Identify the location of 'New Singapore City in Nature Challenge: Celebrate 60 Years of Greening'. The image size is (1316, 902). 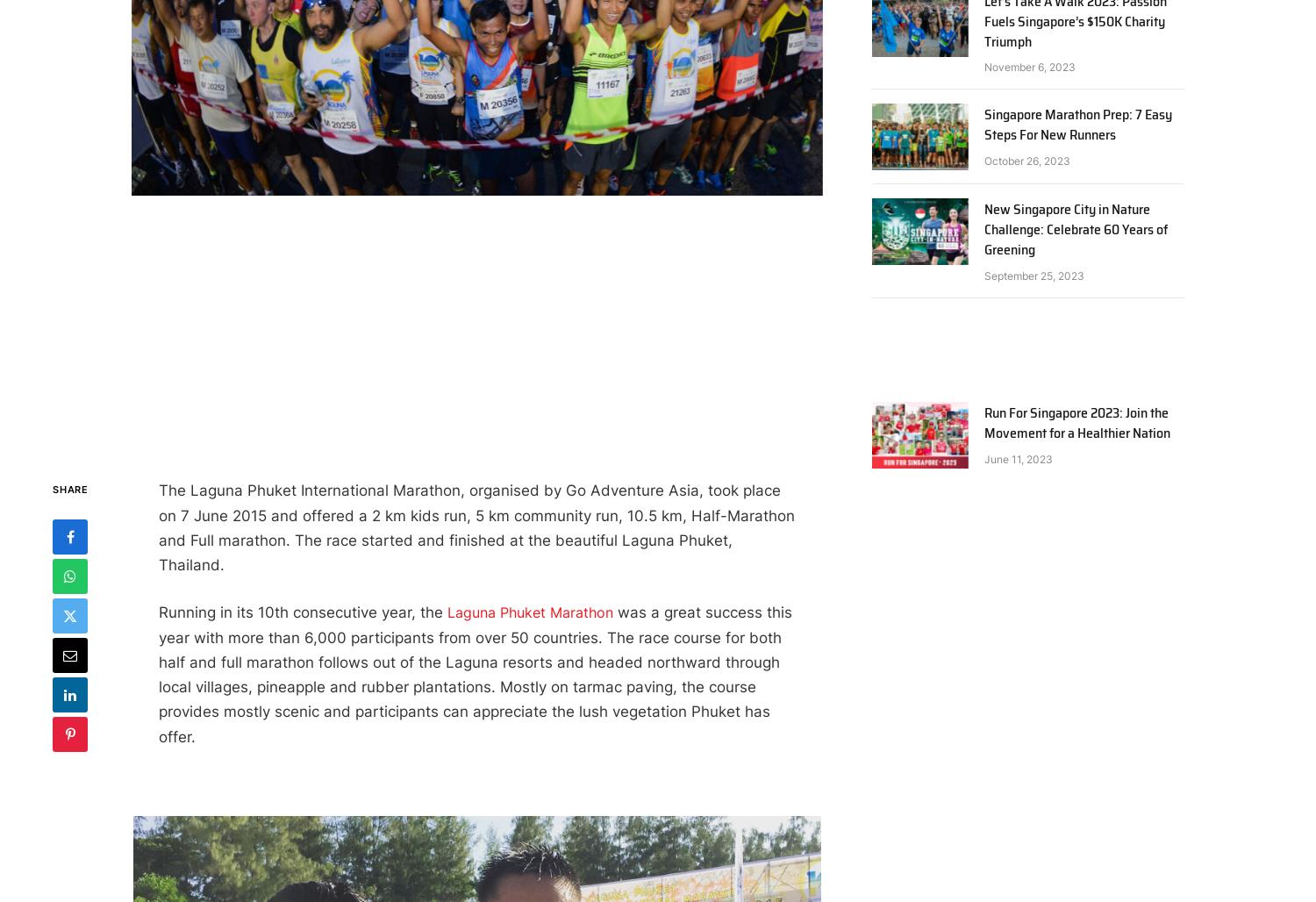
(1075, 229).